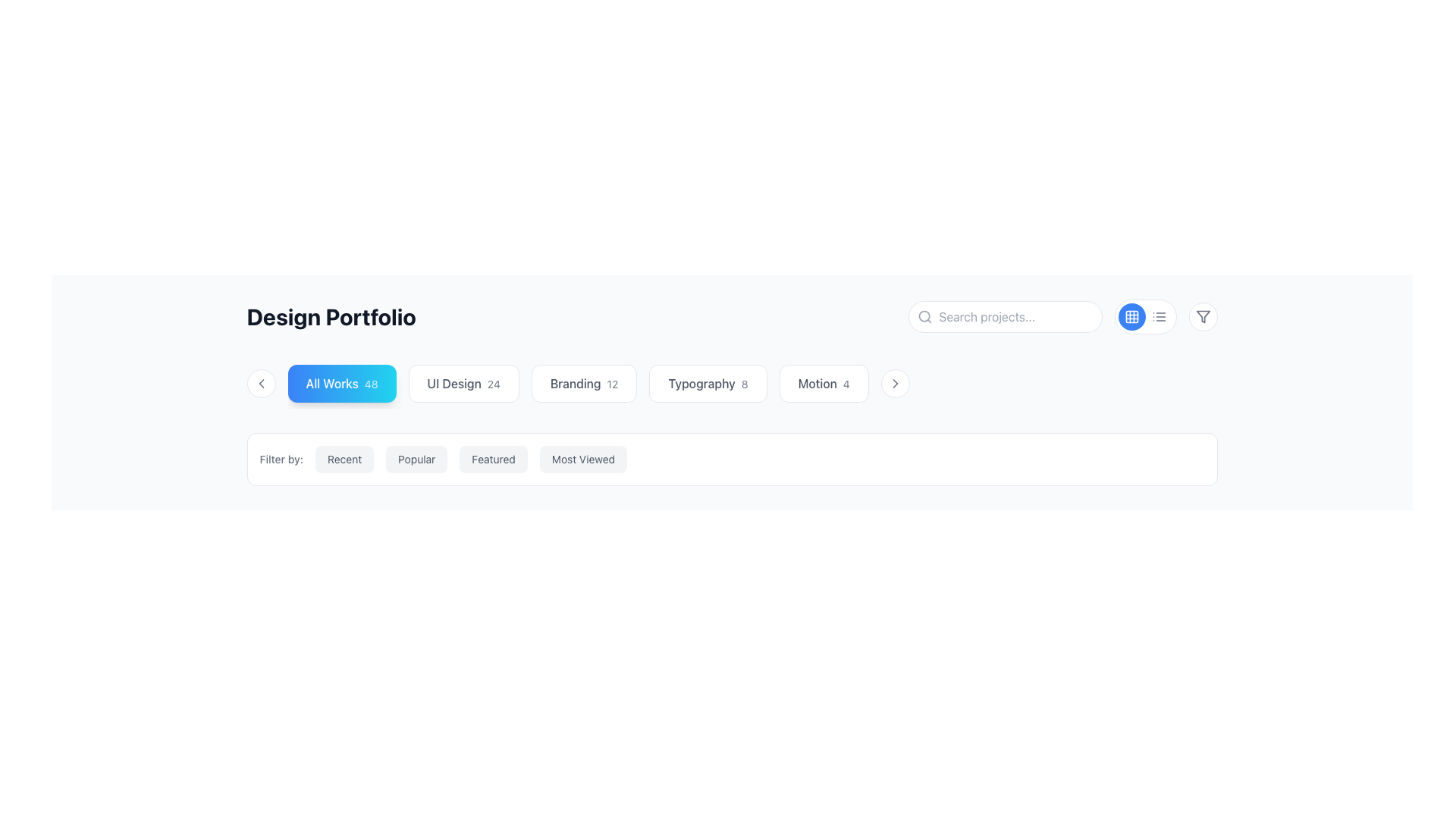 The height and width of the screenshot is (819, 1456). I want to click on the first toggle button for layout selection that switches to grid view, so click(1145, 315).